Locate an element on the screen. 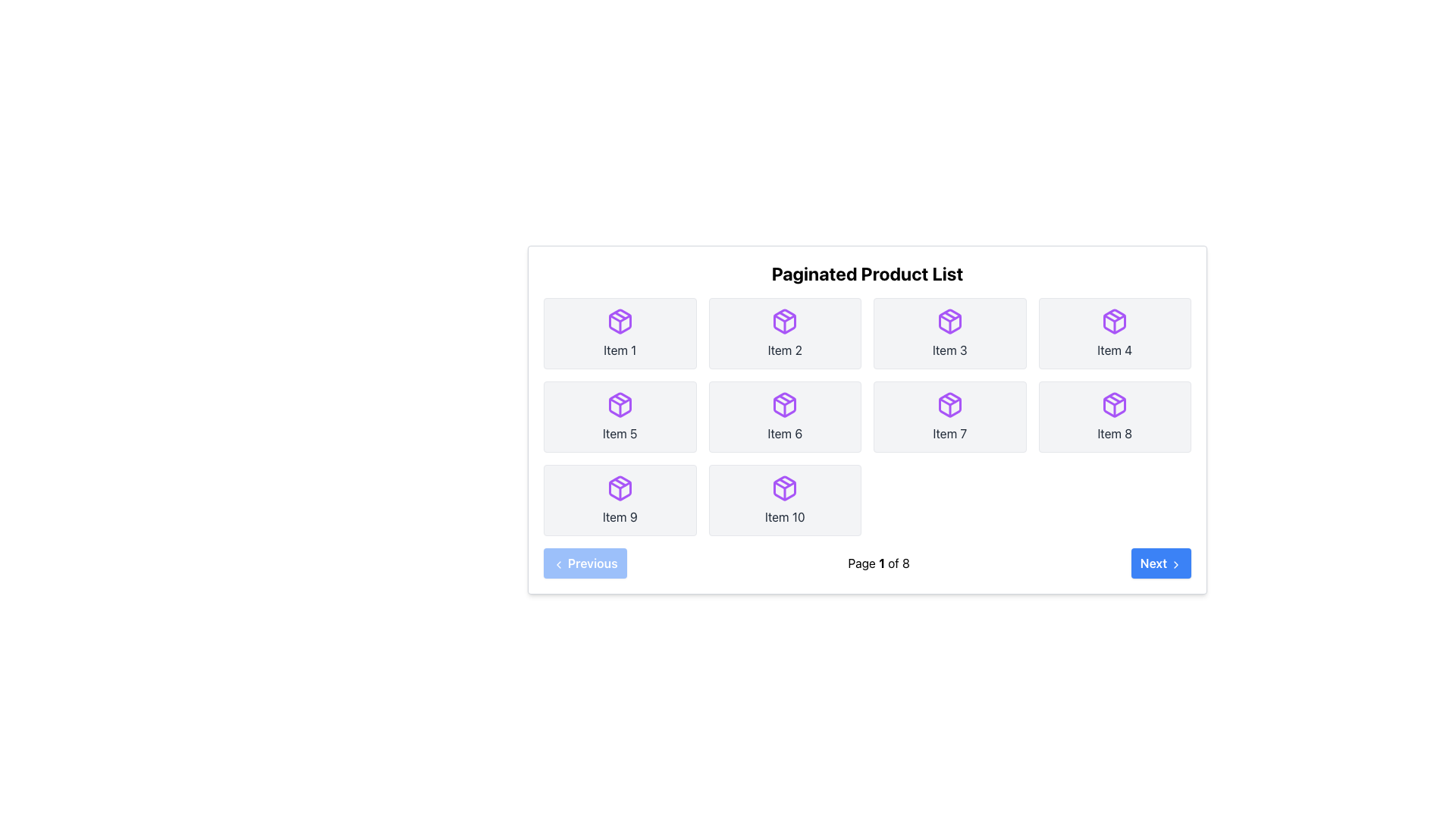 The height and width of the screenshot is (819, 1456). page information displayed in the center of the Pagination Bar, which is located at the bottom of the main content area, providing feedback on the current page and total pages is located at coordinates (867, 563).